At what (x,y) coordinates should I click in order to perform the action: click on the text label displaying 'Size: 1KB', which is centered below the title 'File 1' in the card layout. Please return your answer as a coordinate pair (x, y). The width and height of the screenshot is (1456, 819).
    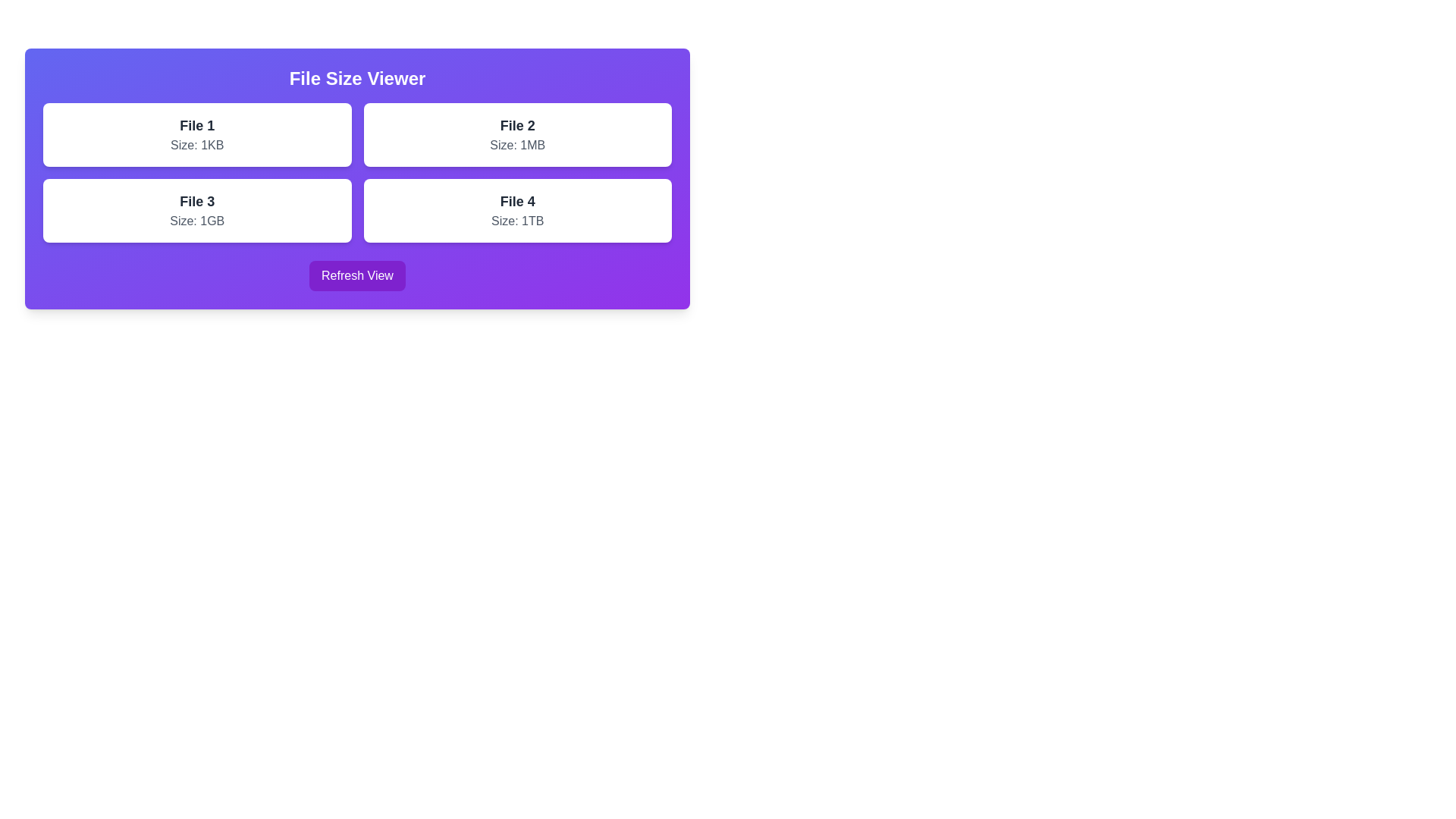
    Looking at the image, I should click on (196, 146).